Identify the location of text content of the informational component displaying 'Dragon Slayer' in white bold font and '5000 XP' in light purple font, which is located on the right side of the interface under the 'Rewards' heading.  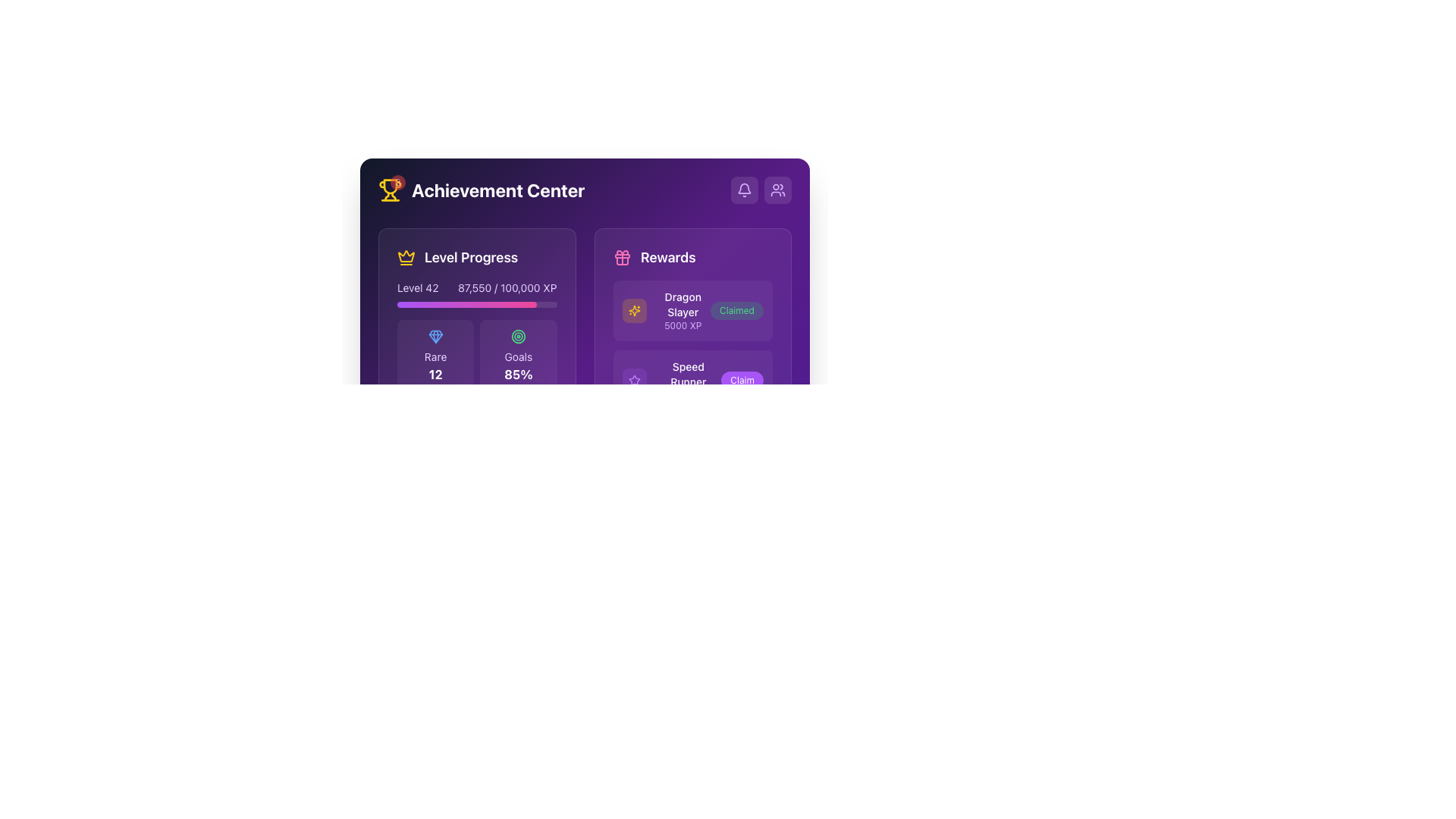
(666, 309).